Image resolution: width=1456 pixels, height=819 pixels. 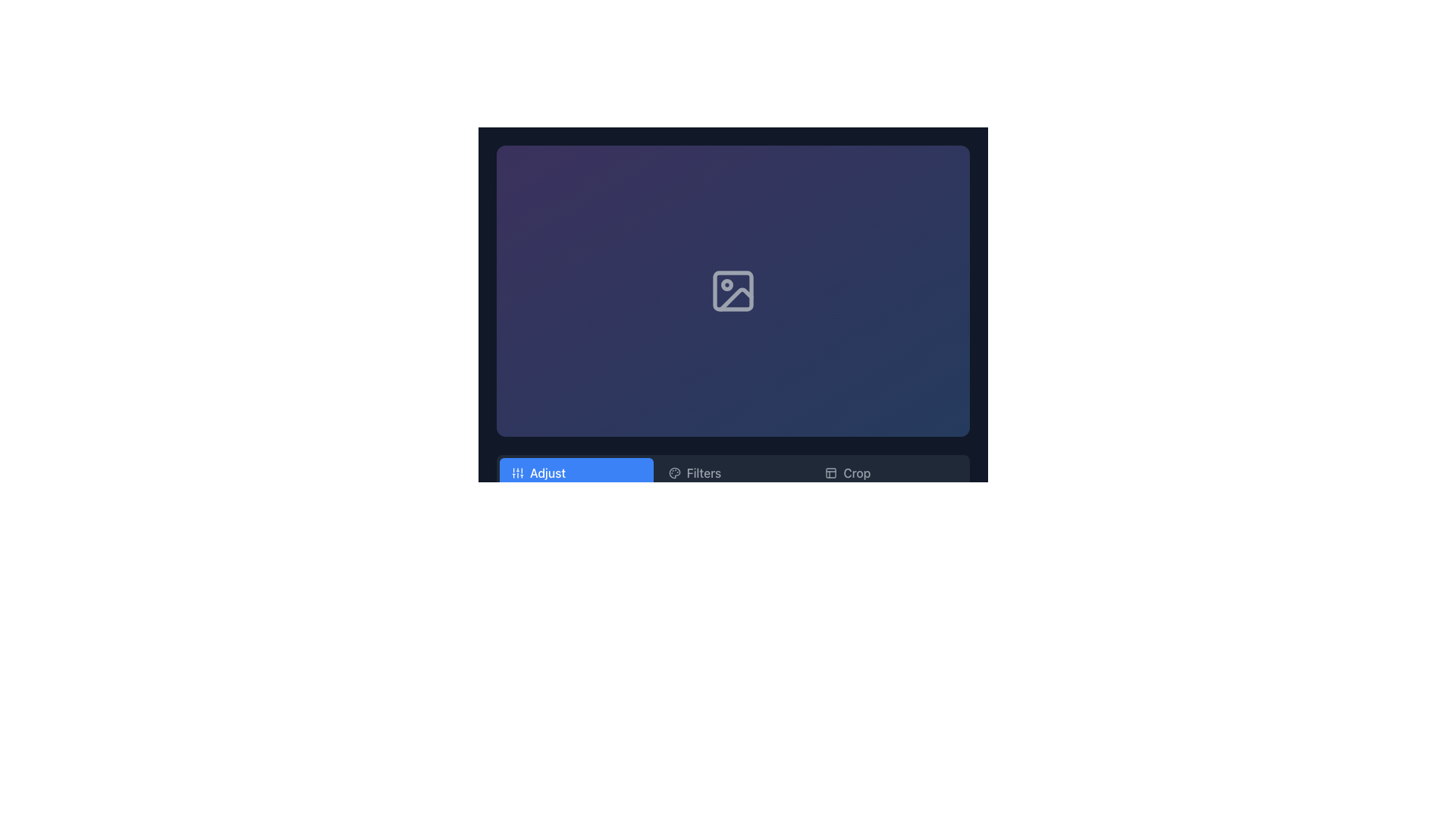 I want to click on the leftmost button in the horizontal row of interactive buttons at the bottom of the interface, so click(x=576, y=472).